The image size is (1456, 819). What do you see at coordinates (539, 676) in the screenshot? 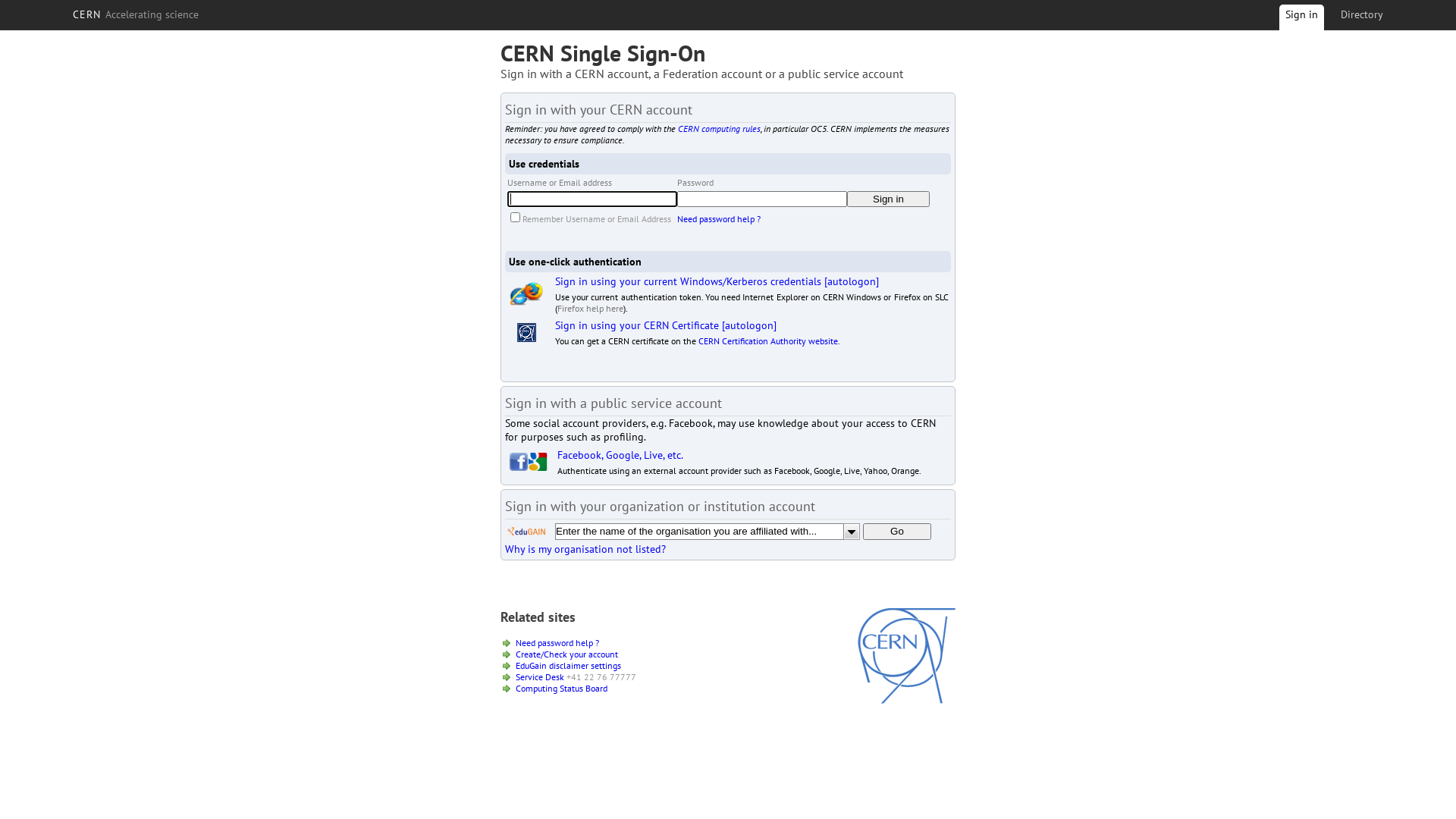
I see `'Service Desk'` at bounding box center [539, 676].